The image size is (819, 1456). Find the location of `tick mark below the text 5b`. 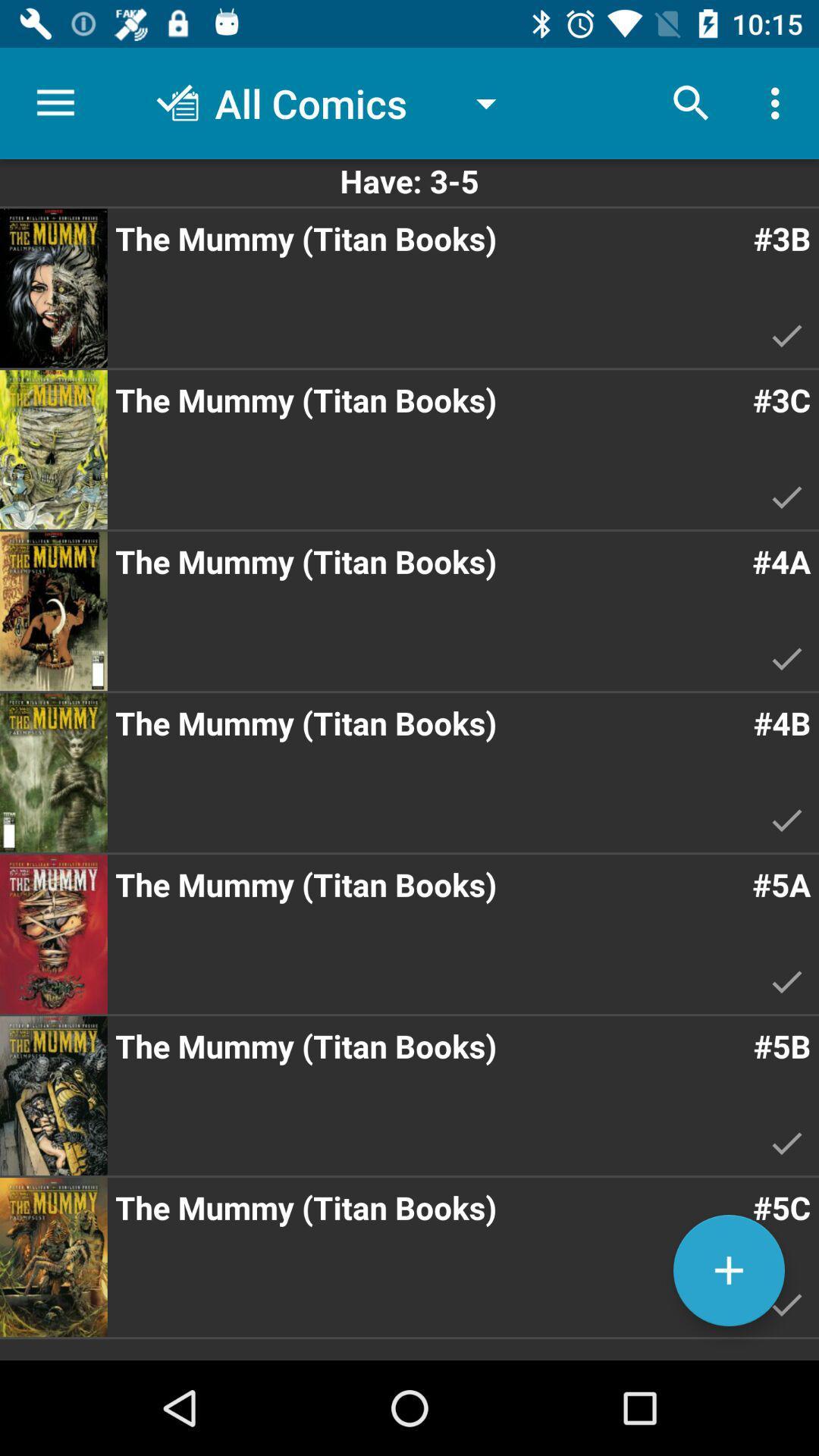

tick mark below the text 5b is located at coordinates (786, 1143).